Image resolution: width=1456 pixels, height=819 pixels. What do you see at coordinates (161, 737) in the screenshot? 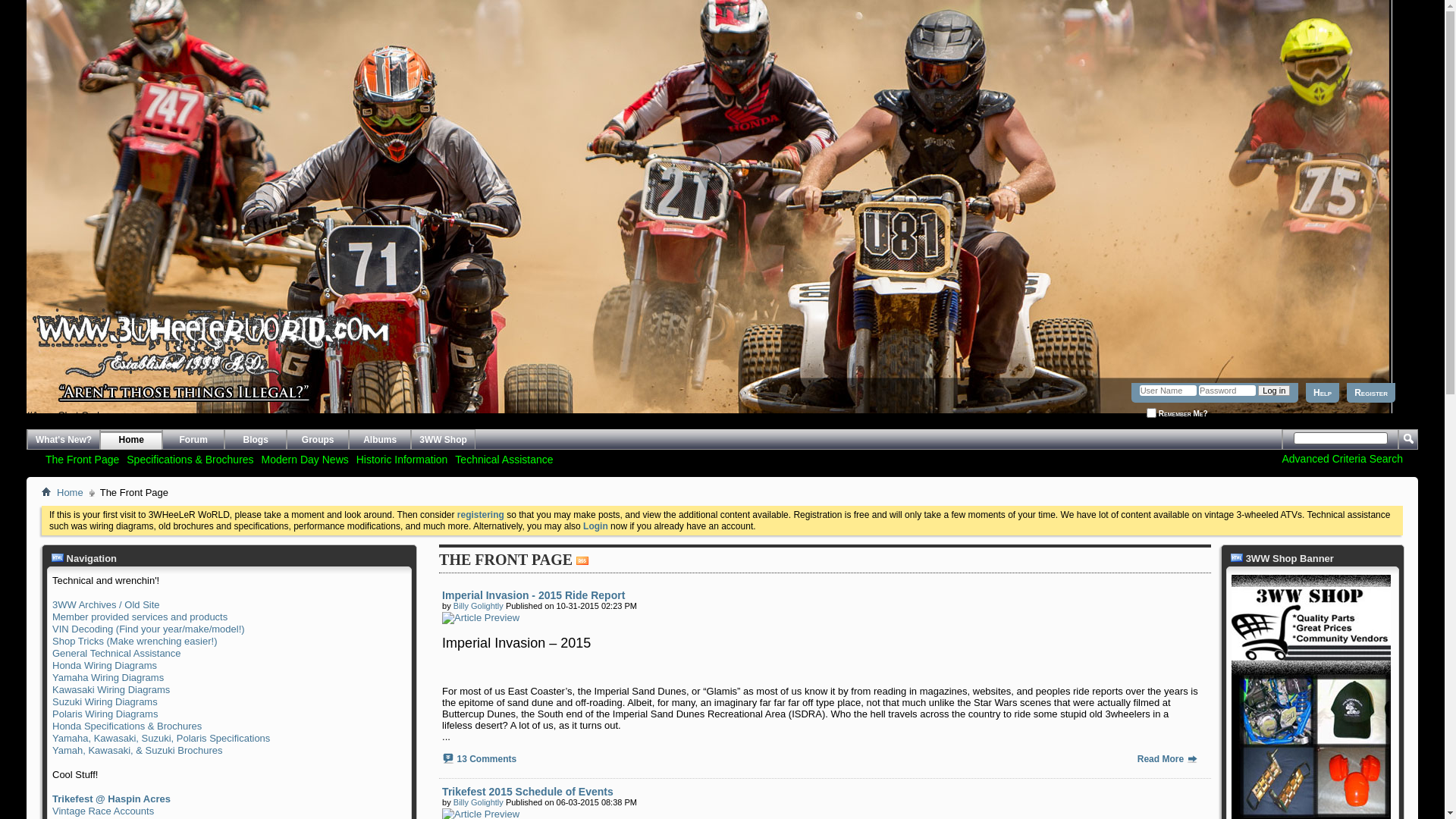
I see `'Yamaha, Kawasaki, Suzuki, Polaris Specifications'` at bounding box center [161, 737].